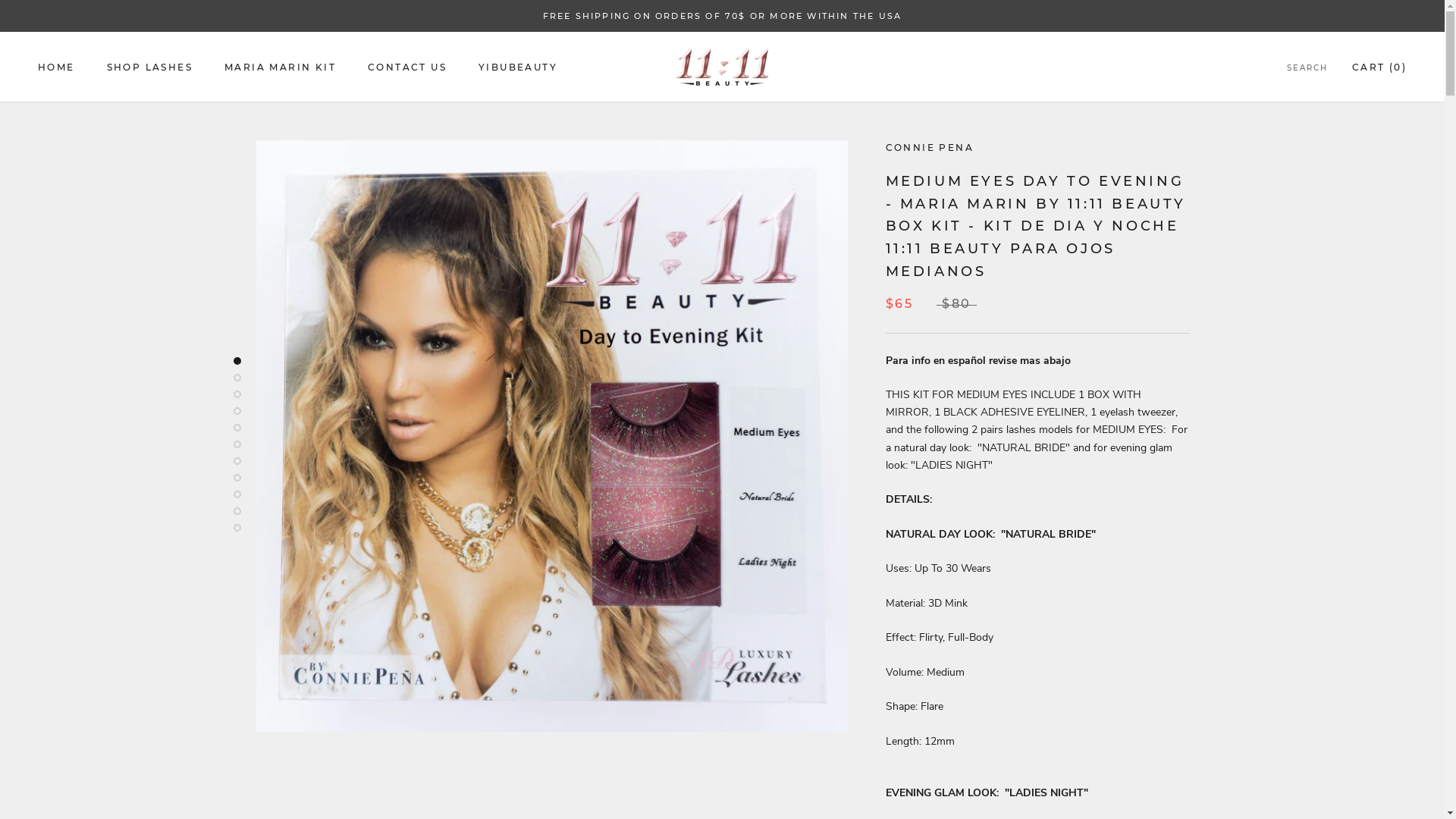  What do you see at coordinates (517, 66) in the screenshot?
I see `'YIBUBEAUTY` at bounding box center [517, 66].